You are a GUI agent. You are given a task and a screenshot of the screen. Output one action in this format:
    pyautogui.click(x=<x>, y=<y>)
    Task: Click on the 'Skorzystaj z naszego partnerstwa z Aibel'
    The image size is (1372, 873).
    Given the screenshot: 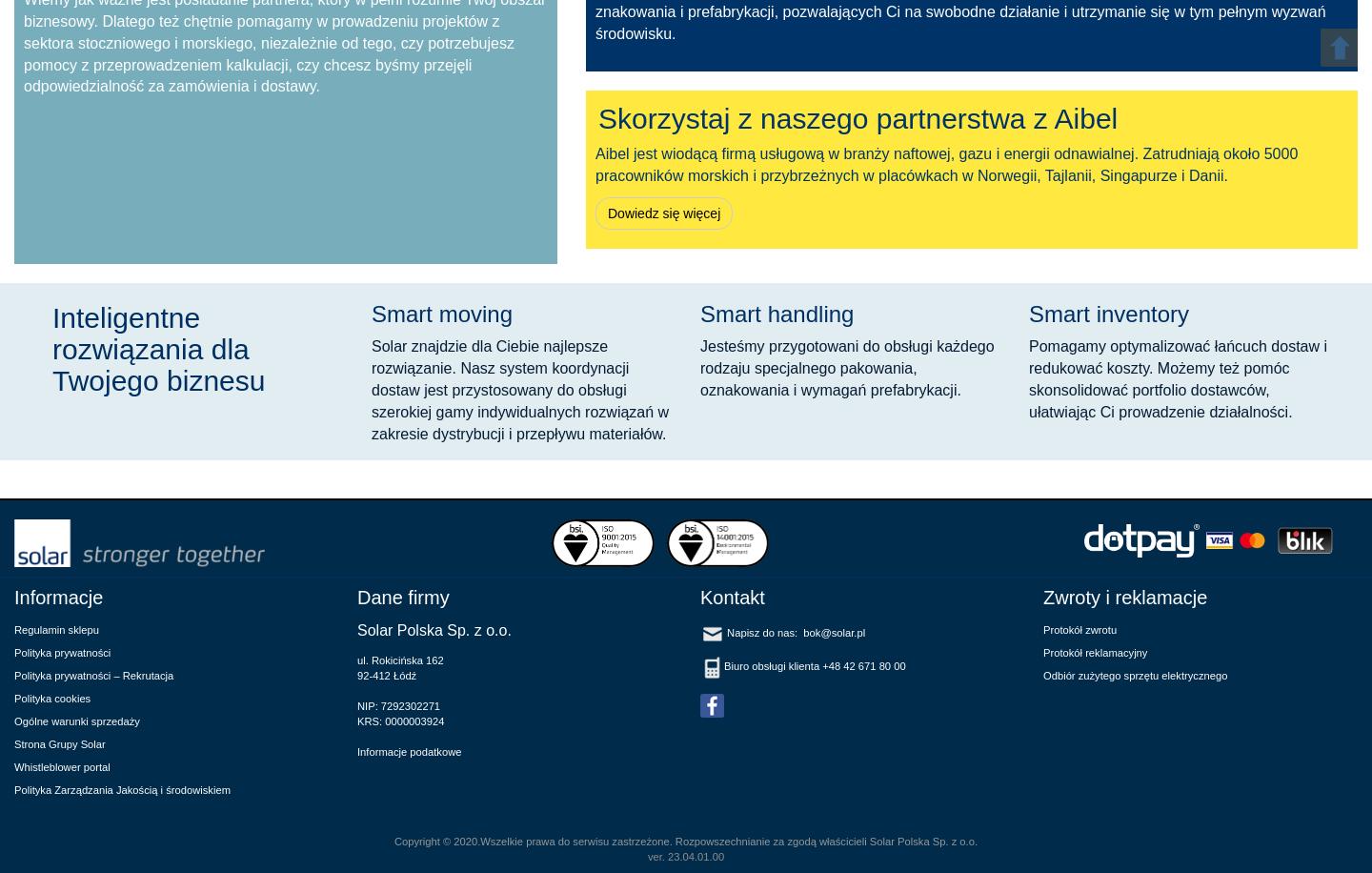 What is the action you would take?
    pyautogui.click(x=857, y=117)
    